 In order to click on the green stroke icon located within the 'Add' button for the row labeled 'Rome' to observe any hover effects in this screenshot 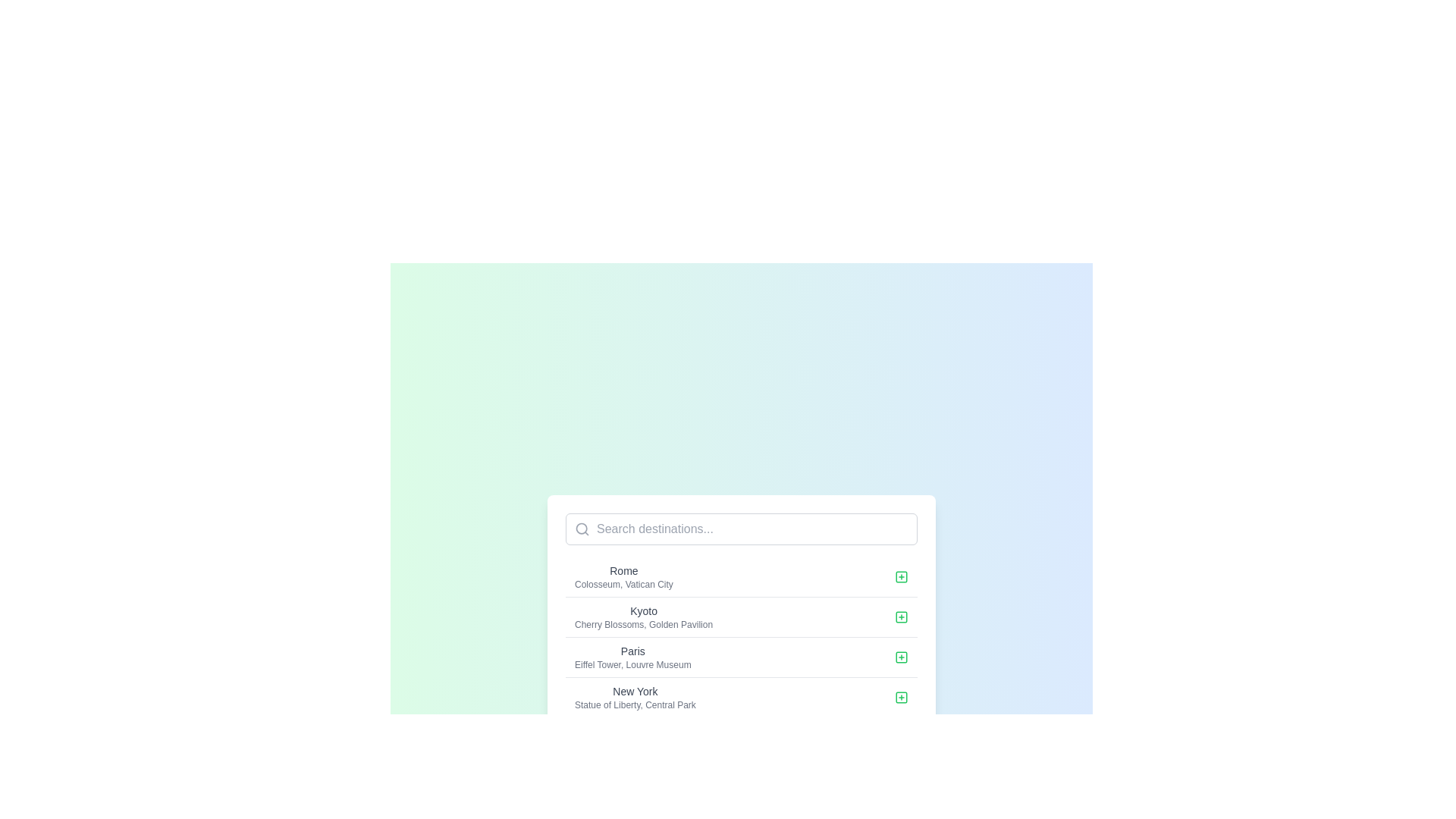, I will do `click(902, 576)`.